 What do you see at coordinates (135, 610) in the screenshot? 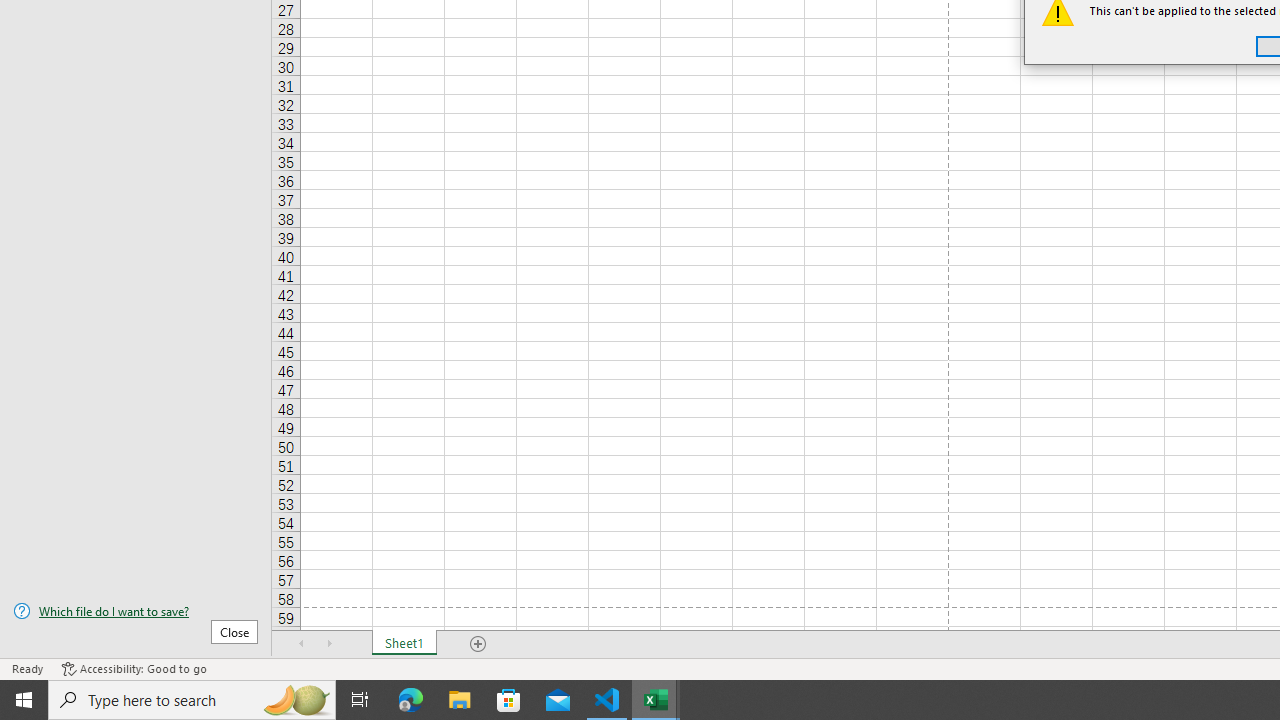
I see `'Which file do I want to save?'` at bounding box center [135, 610].